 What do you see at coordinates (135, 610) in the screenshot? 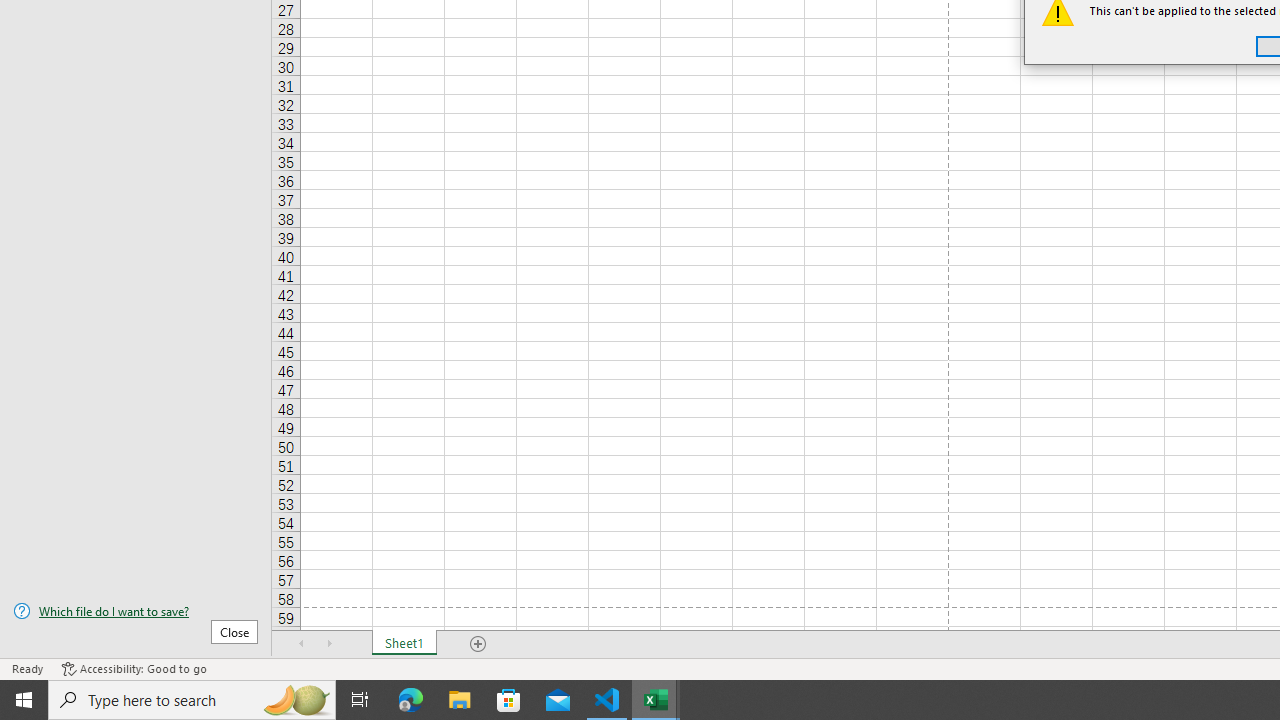
I see `'Which file do I want to save?'` at bounding box center [135, 610].